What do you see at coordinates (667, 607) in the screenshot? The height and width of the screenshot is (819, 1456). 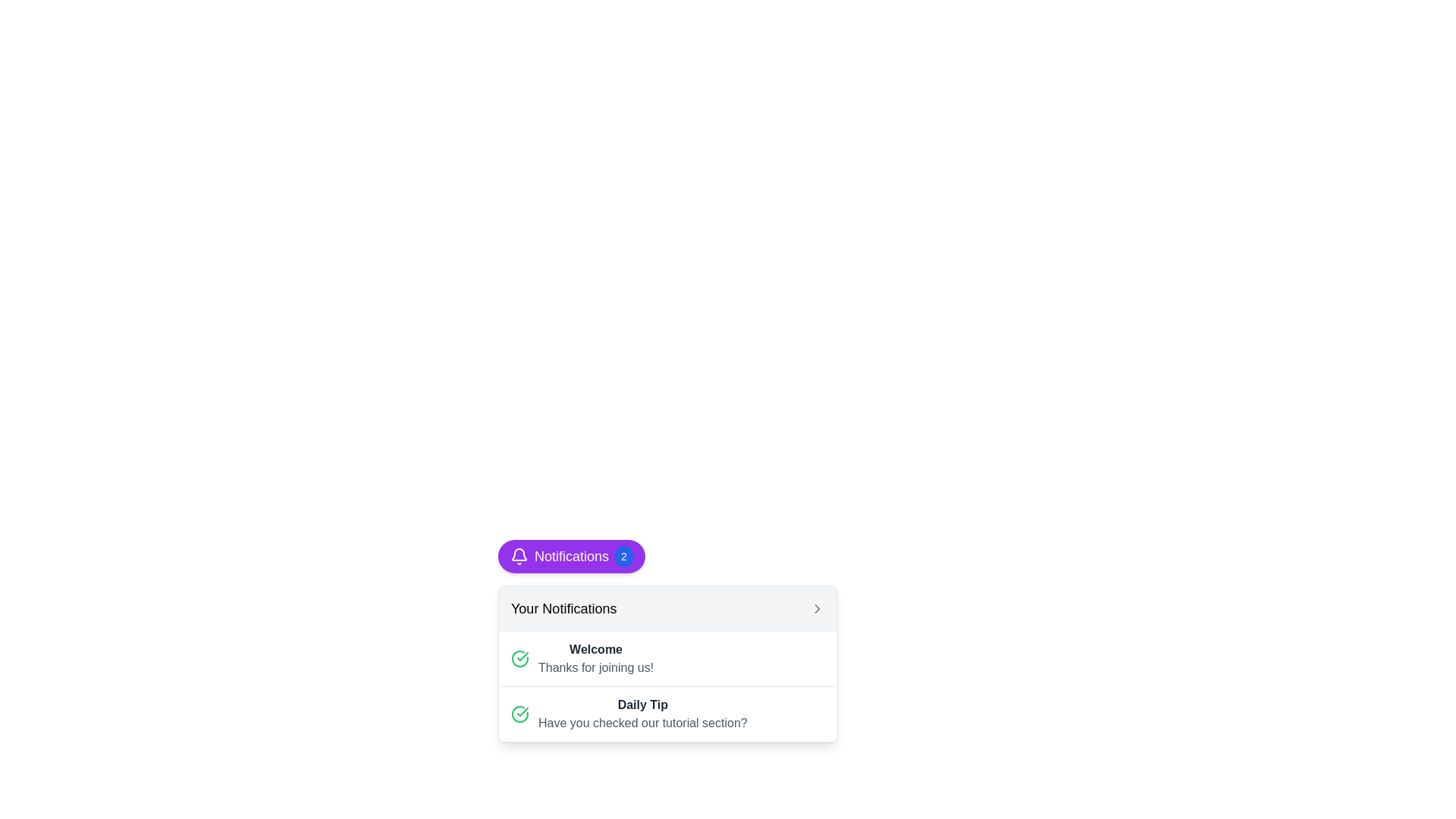 I see `the header element that serves as the title for the notifications section, located at the top of the notification card` at bounding box center [667, 607].